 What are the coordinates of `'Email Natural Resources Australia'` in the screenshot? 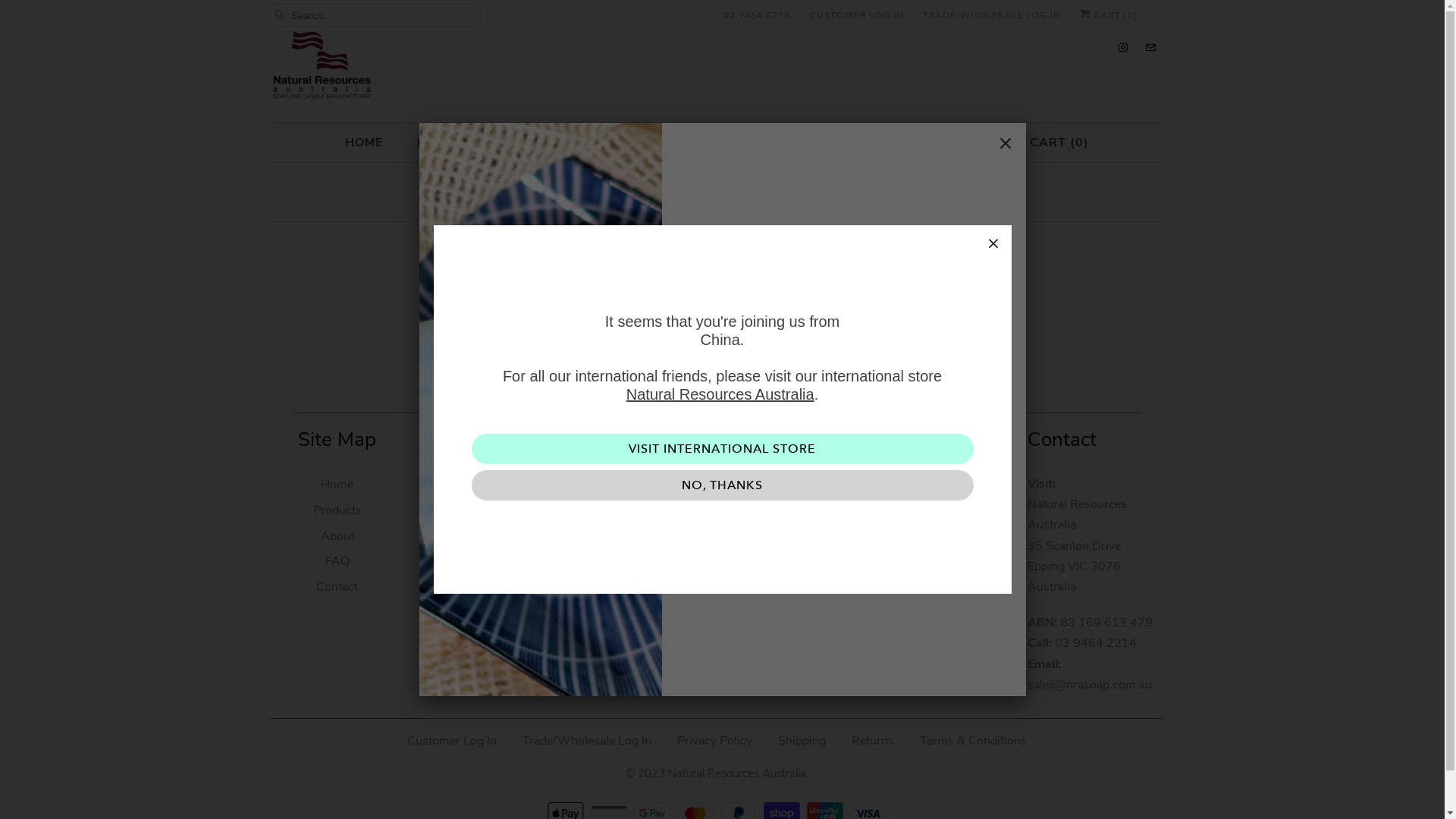 It's located at (1140, 46).